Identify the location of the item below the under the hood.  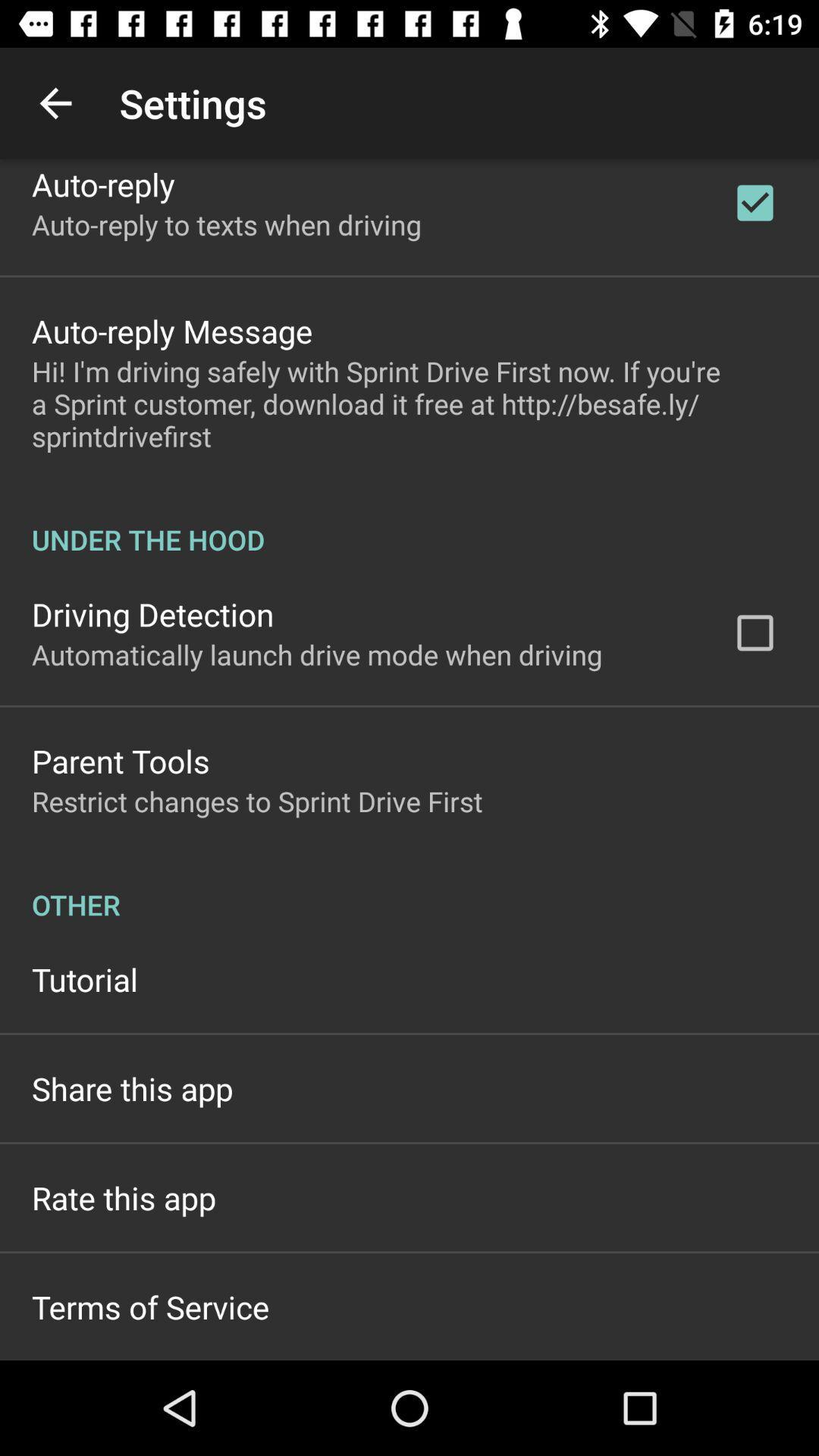
(152, 614).